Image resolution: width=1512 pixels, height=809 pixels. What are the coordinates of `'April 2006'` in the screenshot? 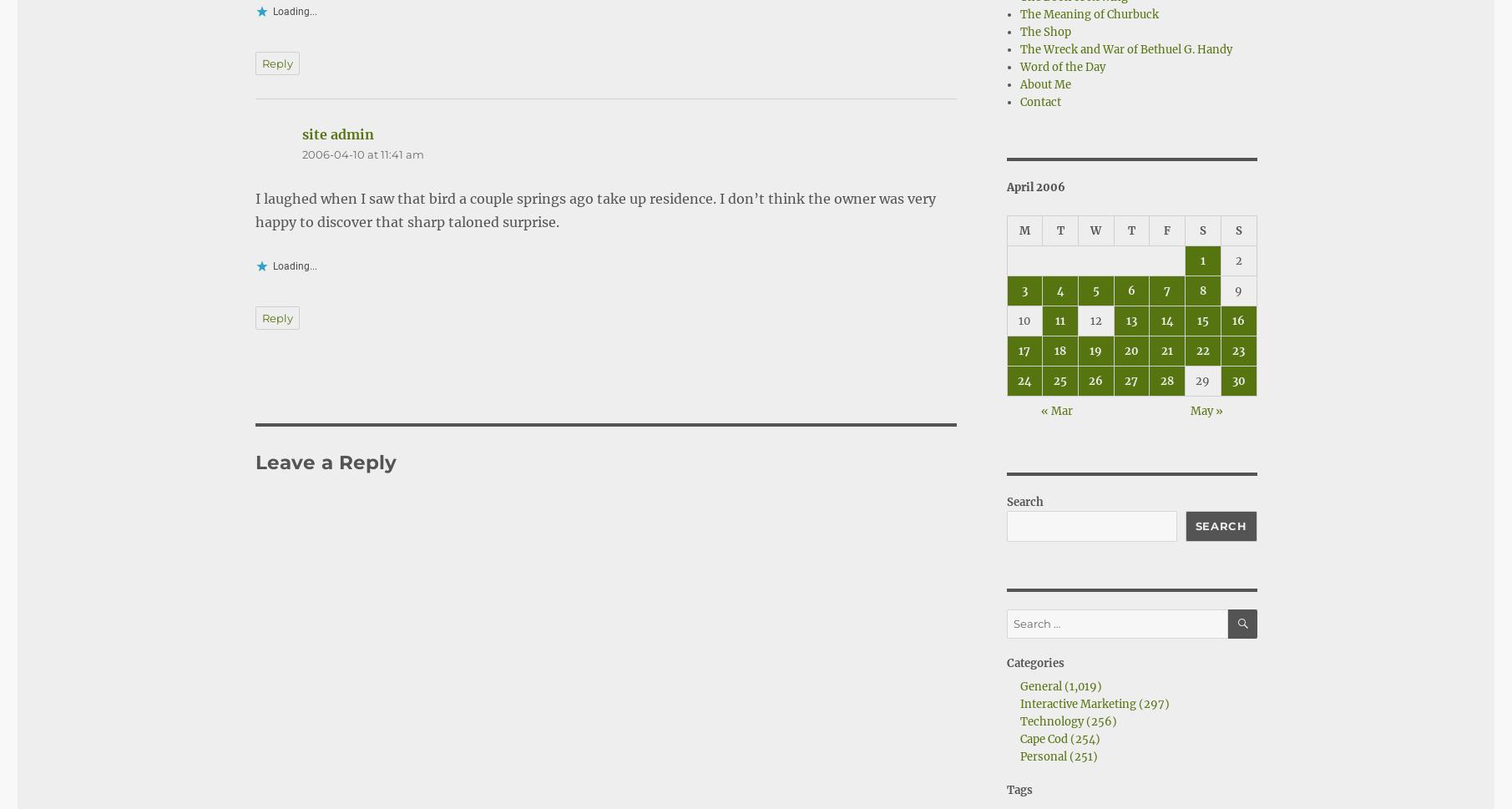 It's located at (1034, 186).